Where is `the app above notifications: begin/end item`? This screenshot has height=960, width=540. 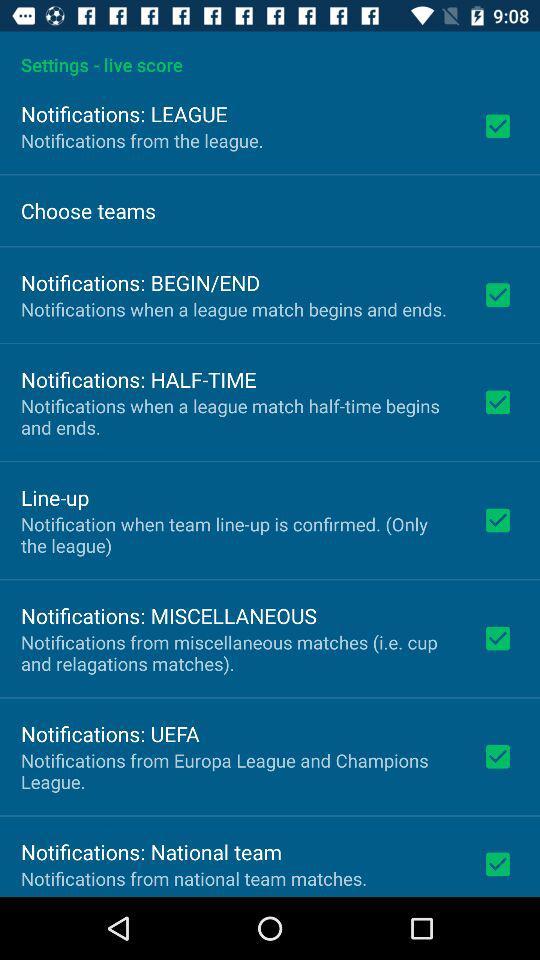
the app above notifications: begin/end item is located at coordinates (87, 210).